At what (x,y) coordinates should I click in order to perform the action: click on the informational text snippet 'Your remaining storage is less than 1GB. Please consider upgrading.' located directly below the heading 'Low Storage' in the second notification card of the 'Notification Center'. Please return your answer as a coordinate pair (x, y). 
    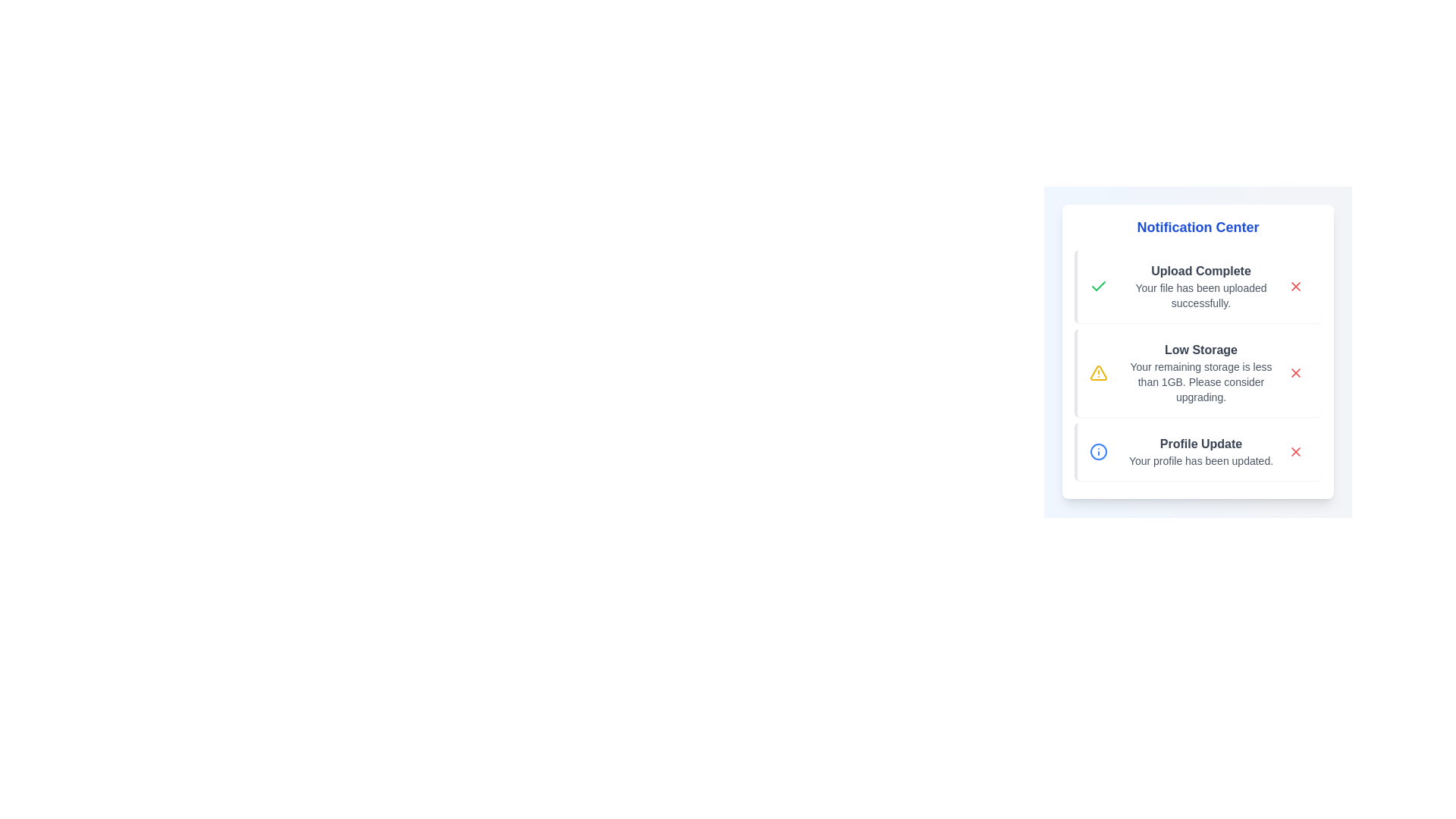
    Looking at the image, I should click on (1200, 381).